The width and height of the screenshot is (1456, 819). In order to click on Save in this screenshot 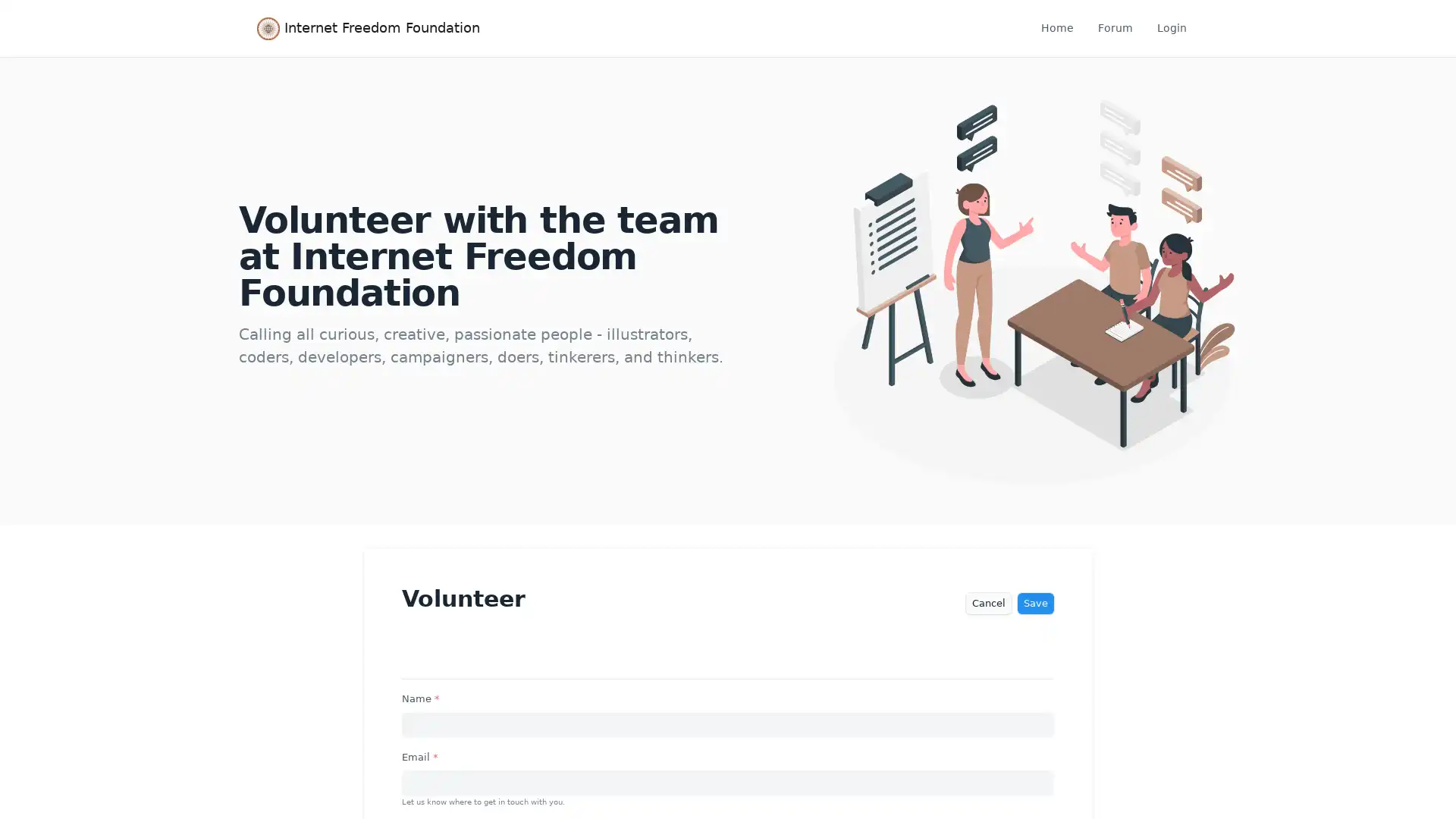, I will do `click(1035, 602)`.